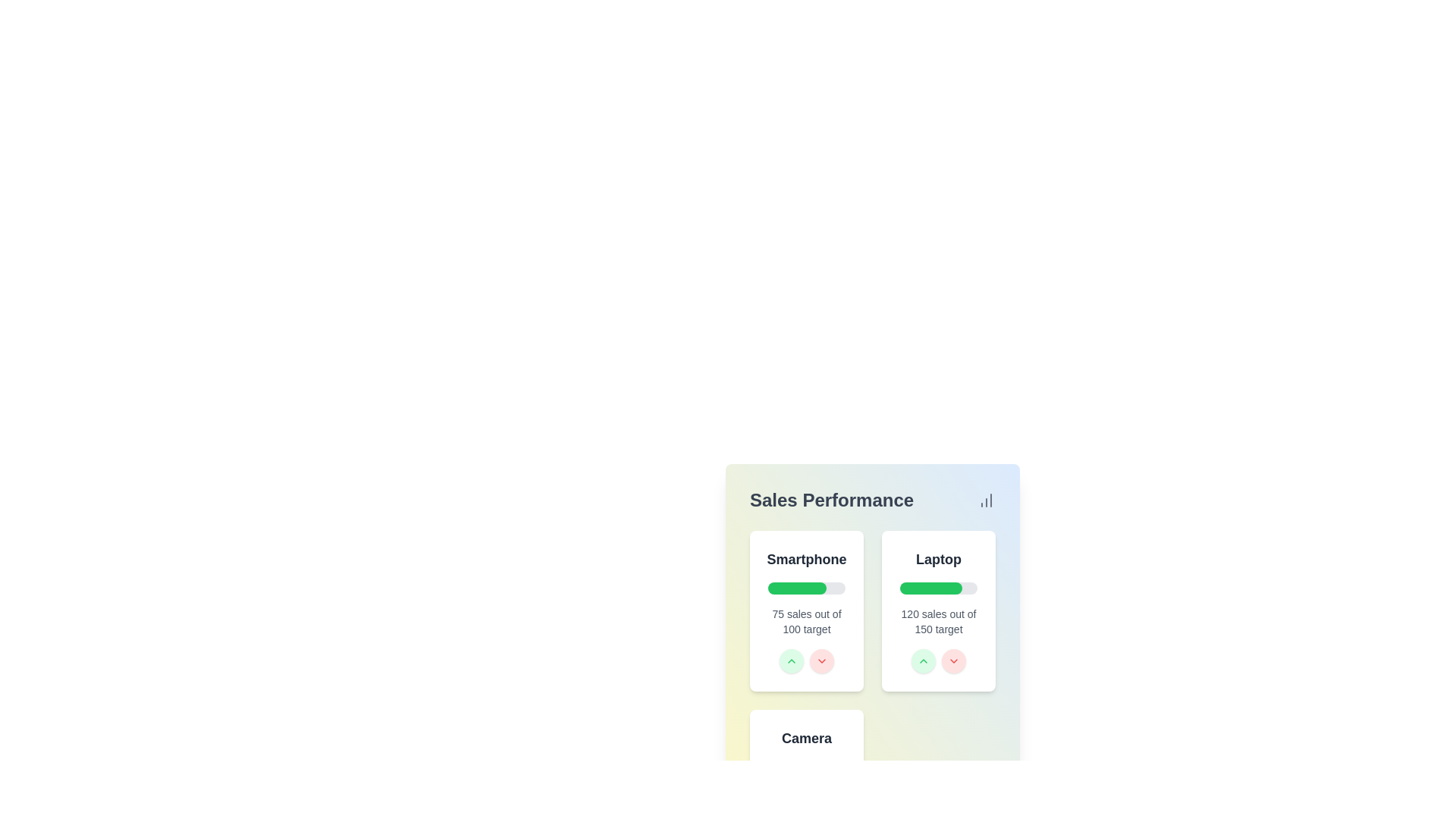 The image size is (1456, 819). Describe the element at coordinates (796, 767) in the screenshot. I see `the filled portion of the progress bar segment located below the 'Camera' section in the interface` at that location.